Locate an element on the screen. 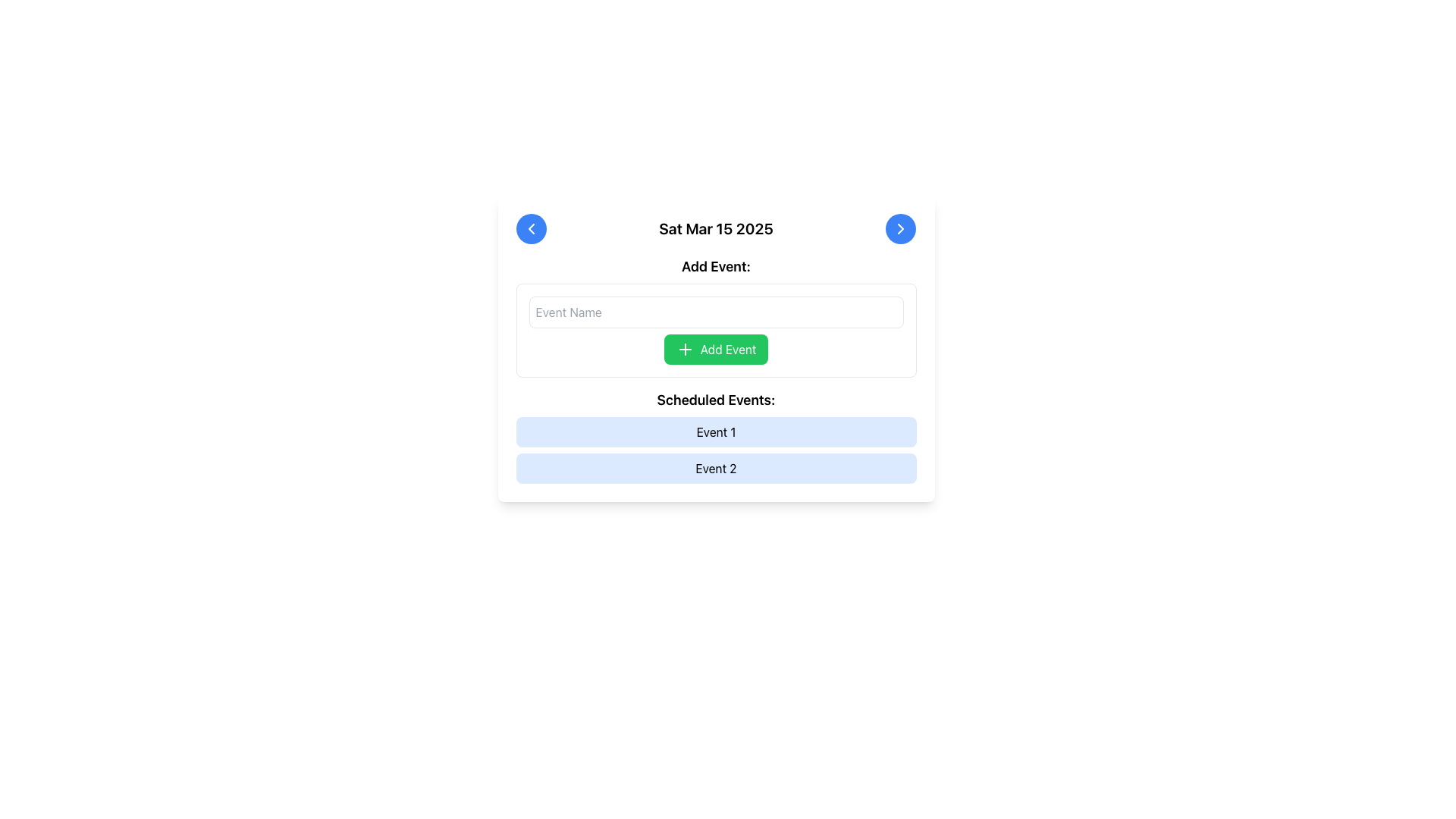 This screenshot has width=1456, height=819. the 'Add Event' icon which is a symbolic representation for adding an event, located within the green button below the event name input box is located at coordinates (684, 350).